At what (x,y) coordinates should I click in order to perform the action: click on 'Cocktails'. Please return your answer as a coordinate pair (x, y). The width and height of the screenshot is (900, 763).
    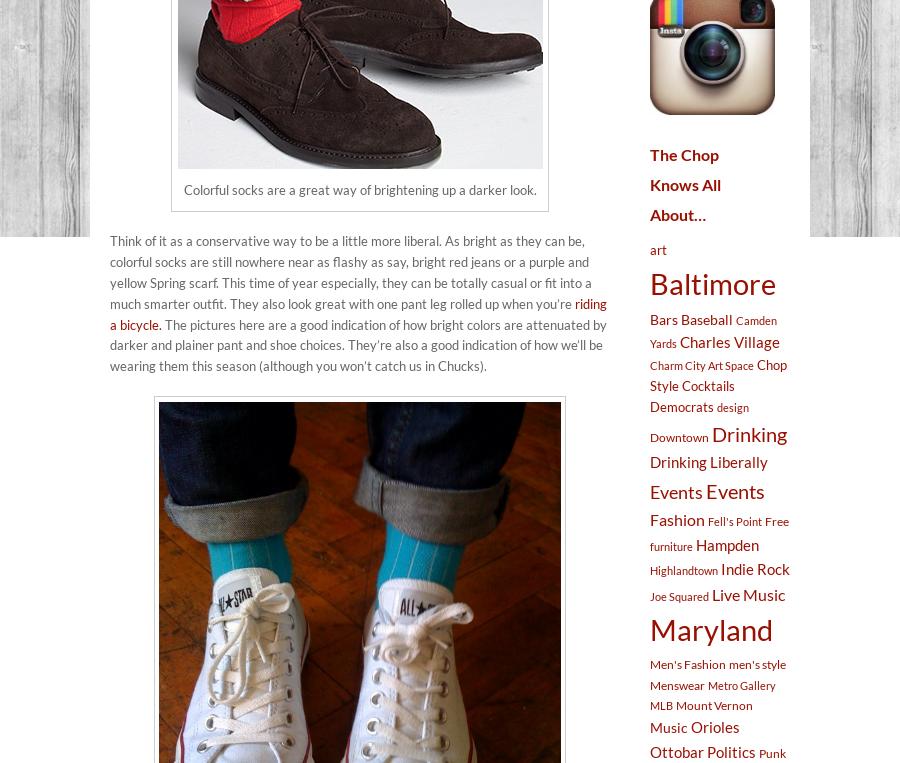
    Looking at the image, I should click on (707, 385).